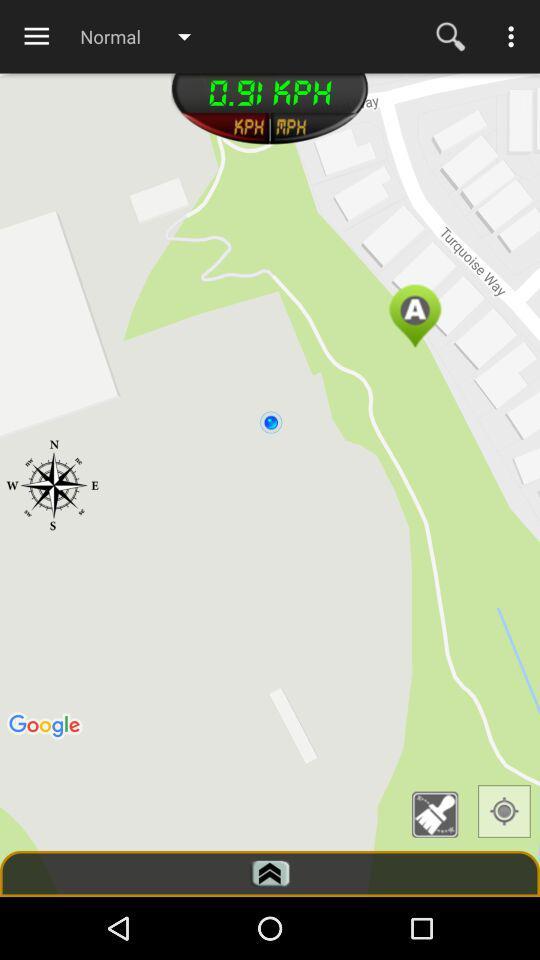 This screenshot has width=540, height=960. Describe the element at coordinates (223, 127) in the screenshot. I see `unit of measure selection` at that location.